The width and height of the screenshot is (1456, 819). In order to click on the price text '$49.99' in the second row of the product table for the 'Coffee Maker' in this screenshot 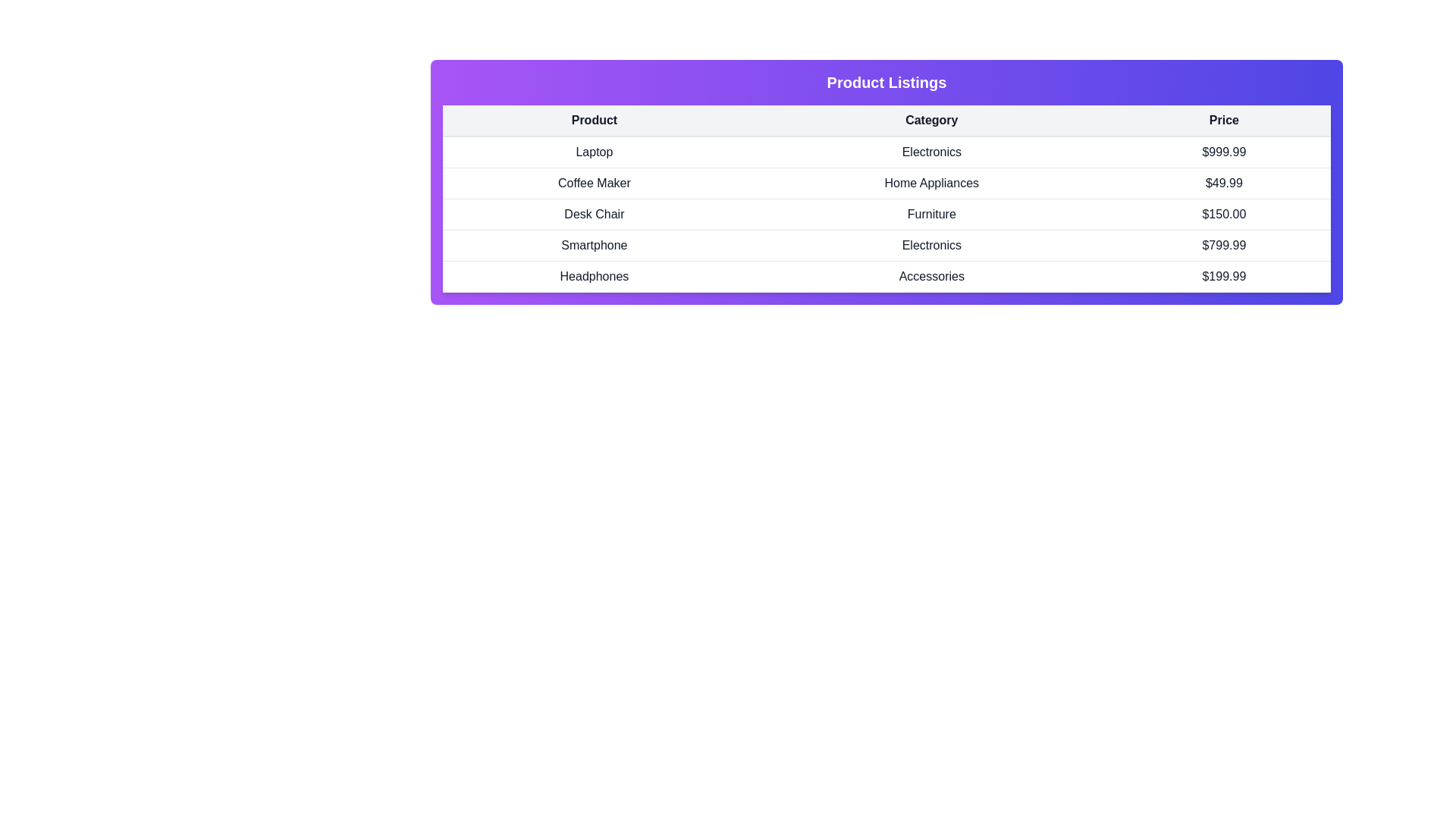, I will do `click(1224, 183)`.